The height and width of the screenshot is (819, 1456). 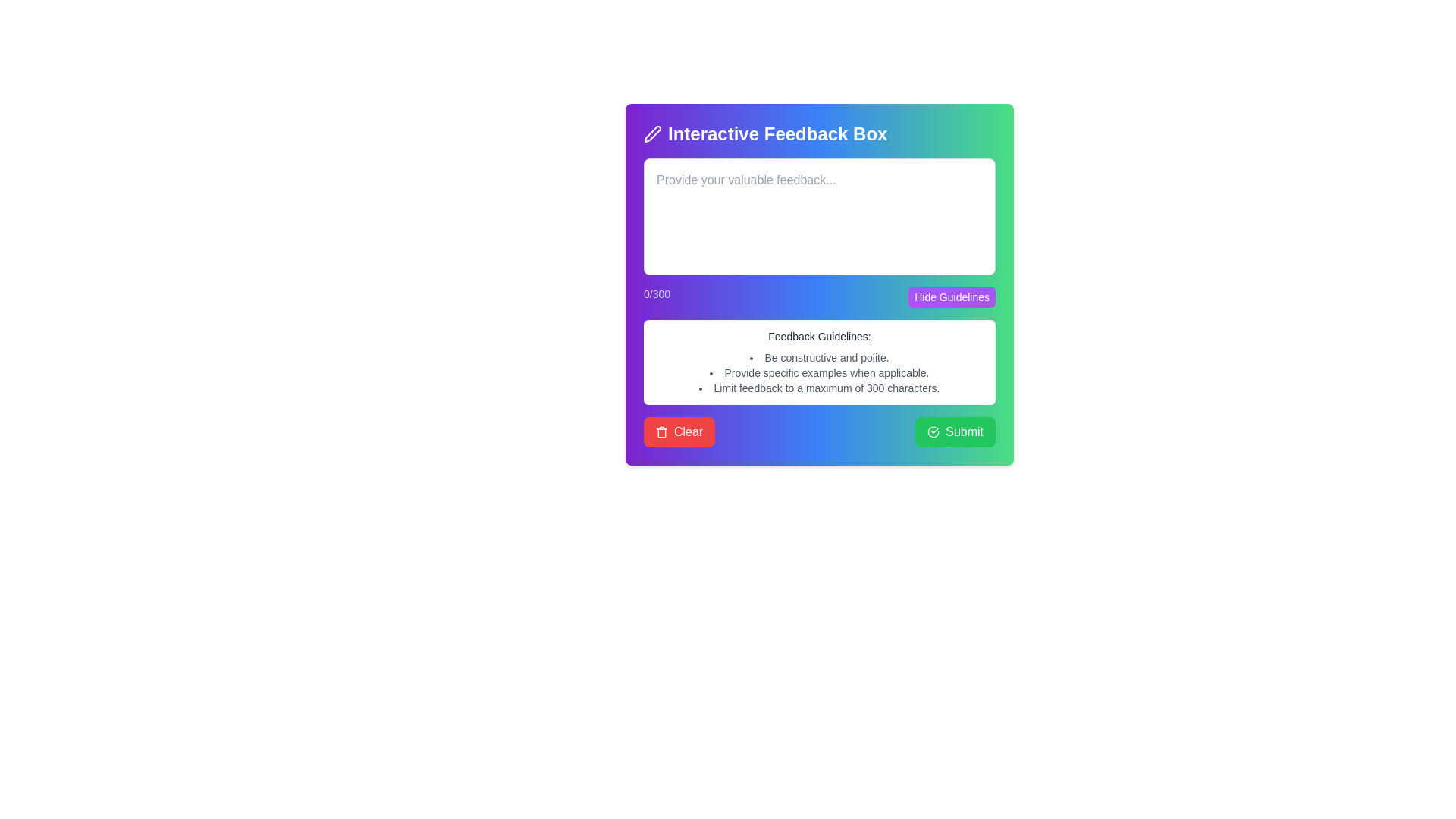 I want to click on the pen icon, which is a small graphical representation positioned to the left of the 'Interactive Feedback Box' header text, slightly tilted to the left, so click(x=652, y=133).